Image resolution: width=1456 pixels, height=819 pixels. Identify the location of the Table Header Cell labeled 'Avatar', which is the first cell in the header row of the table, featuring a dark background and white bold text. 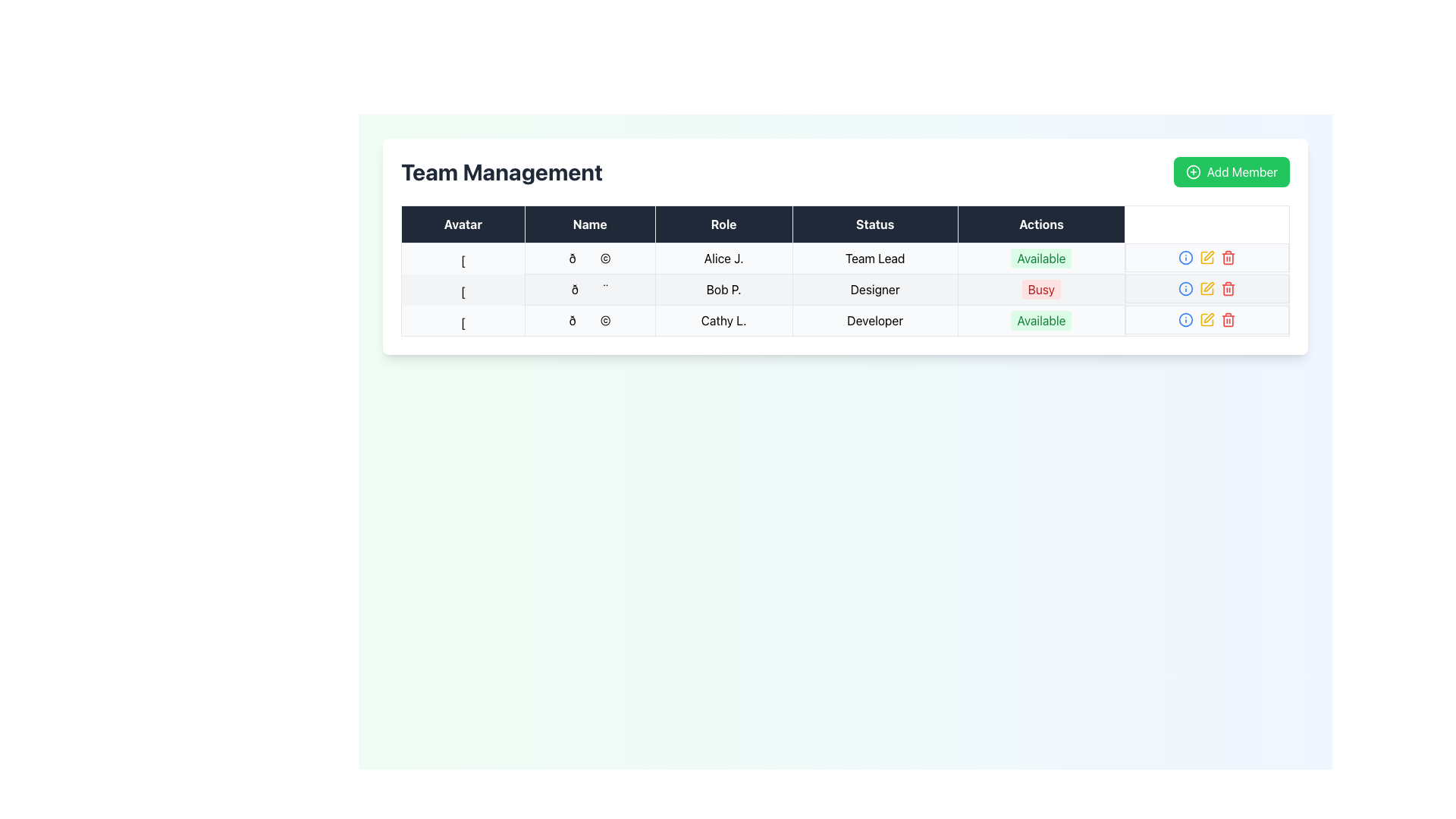
(462, 224).